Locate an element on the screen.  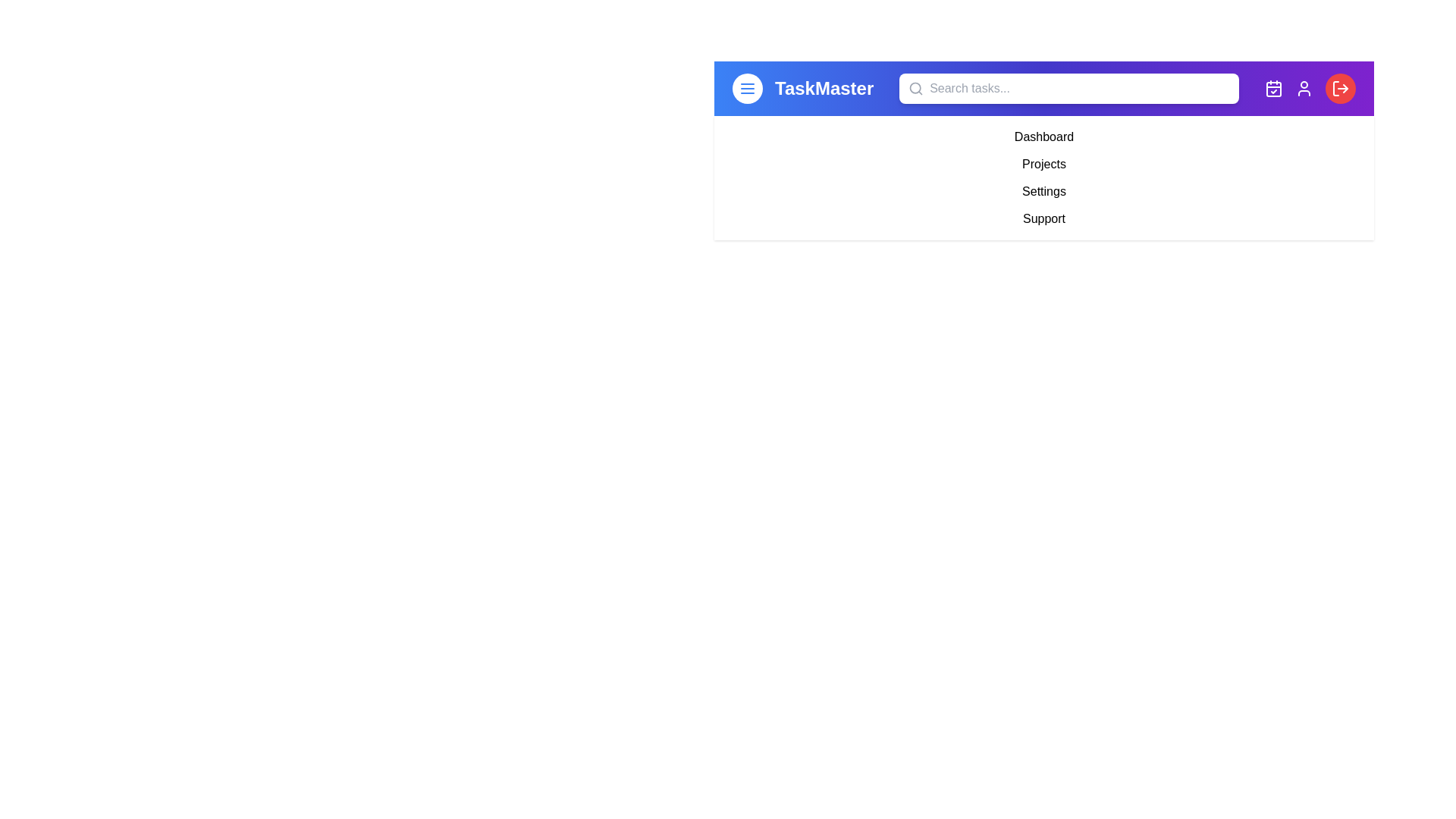
the 'Settings' menu item to navigate to the settings page is located at coordinates (1043, 191).